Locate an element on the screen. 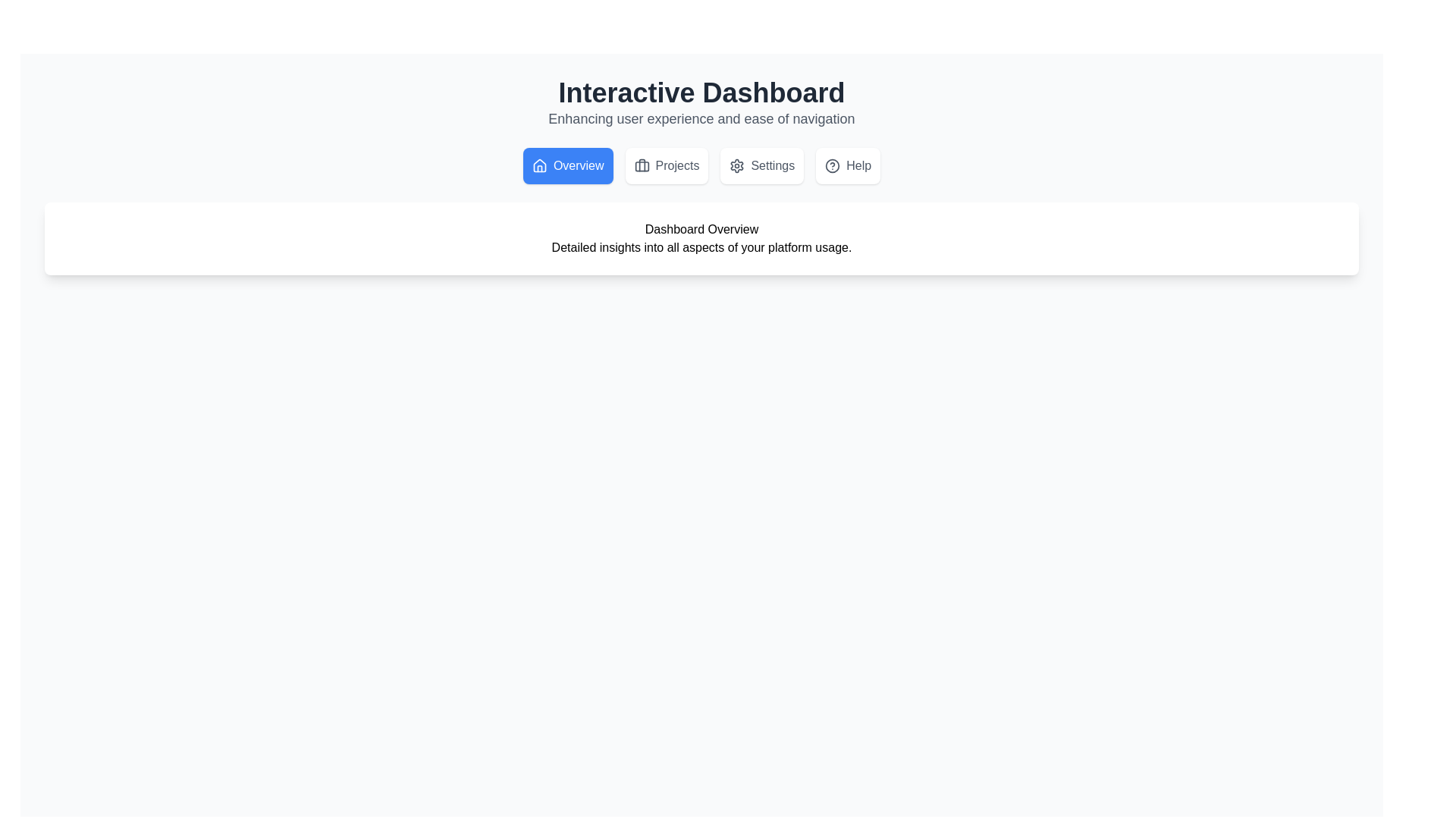 The width and height of the screenshot is (1456, 819). the static text label displaying 'Detailed insights into all aspects of your platform usage.' located below the 'Dashboard Overview' heading is located at coordinates (701, 247).